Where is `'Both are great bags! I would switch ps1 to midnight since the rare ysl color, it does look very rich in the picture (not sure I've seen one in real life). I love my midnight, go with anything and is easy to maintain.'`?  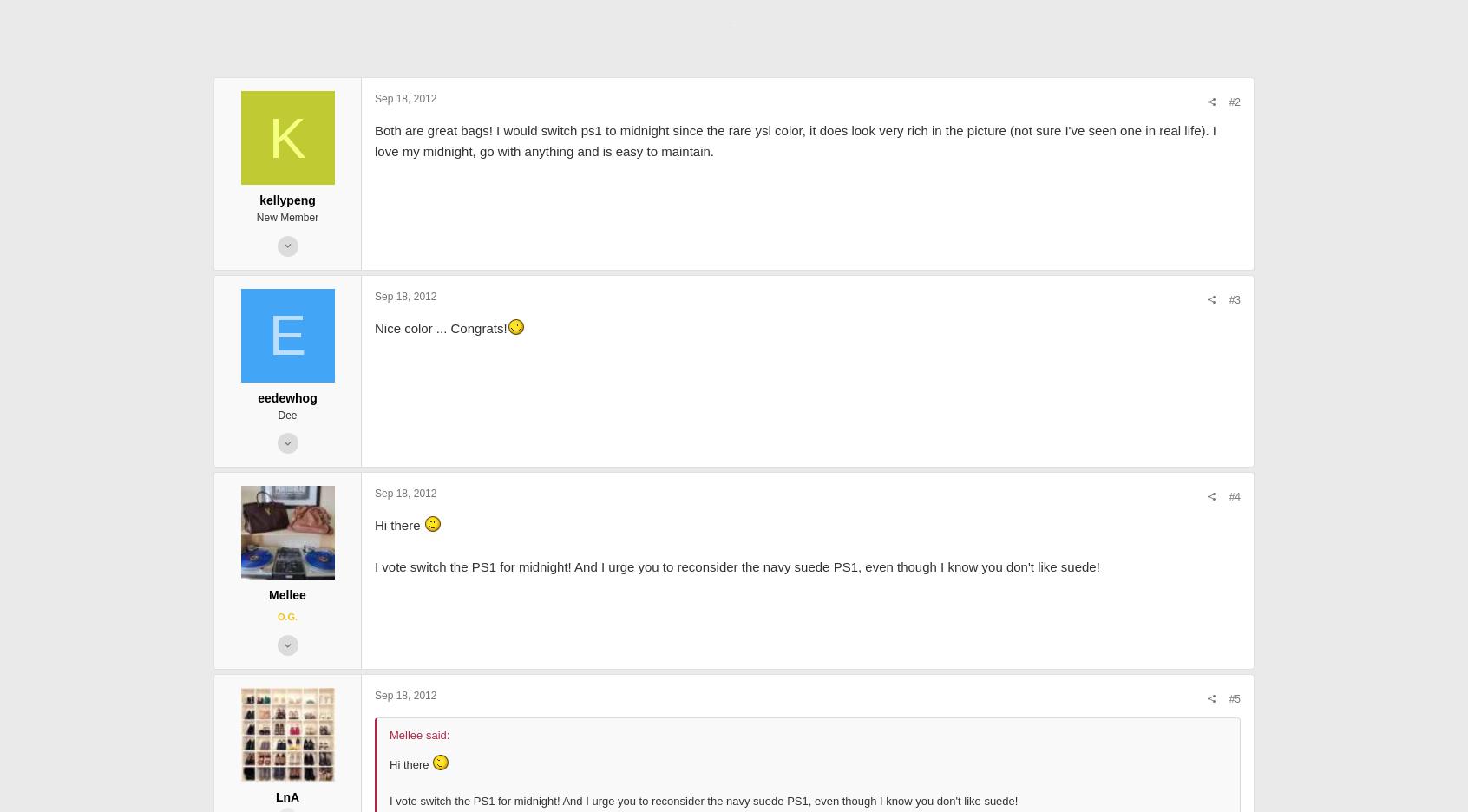 'Both are great bags! I would switch ps1 to midnight since the rare ysl color, it does look very rich in the picture (not sure I've seen one in real life). I love my midnight, go with anything and is easy to maintain.' is located at coordinates (670, 224).